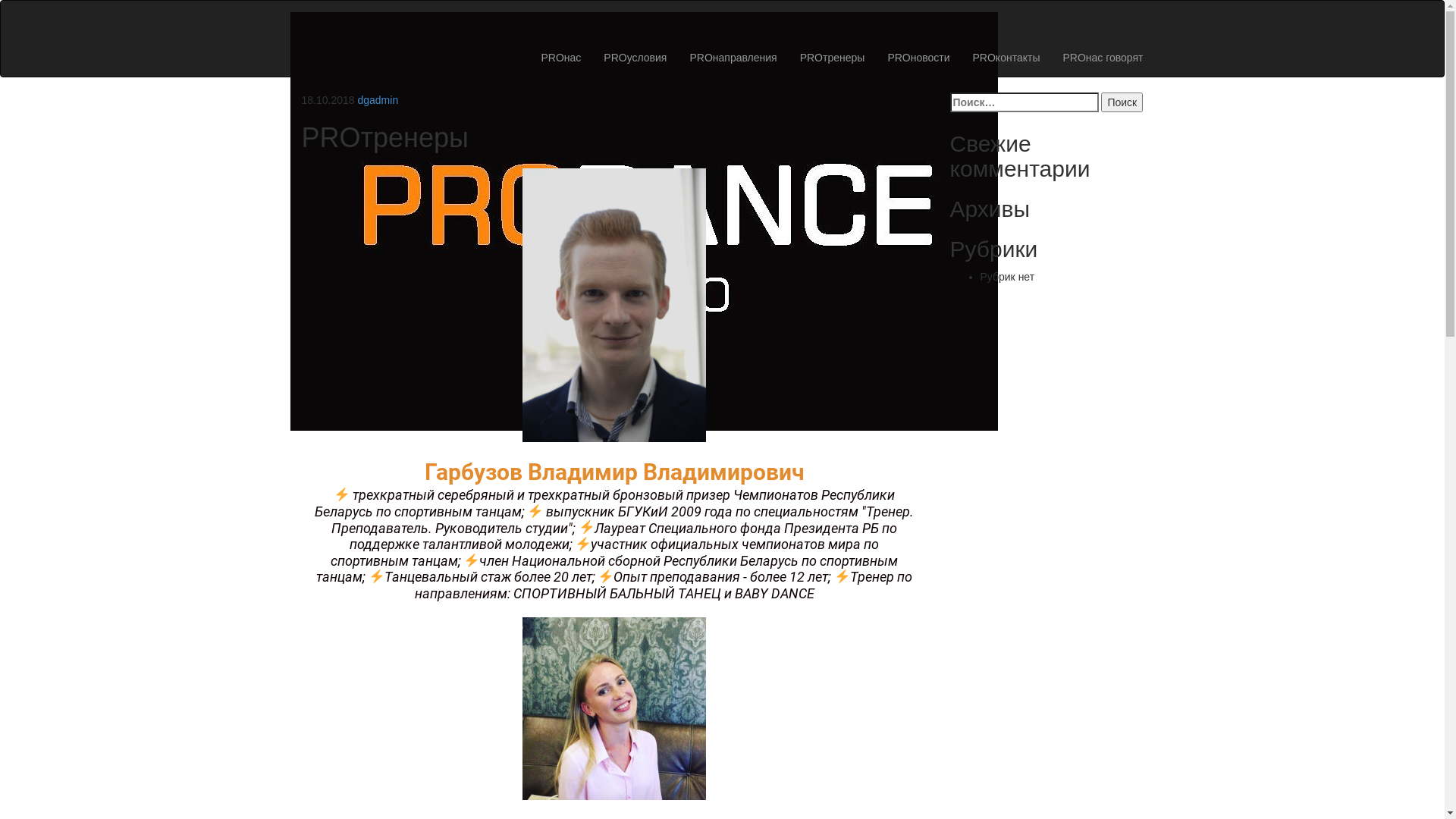  I want to click on 'dgadmin', so click(378, 99).